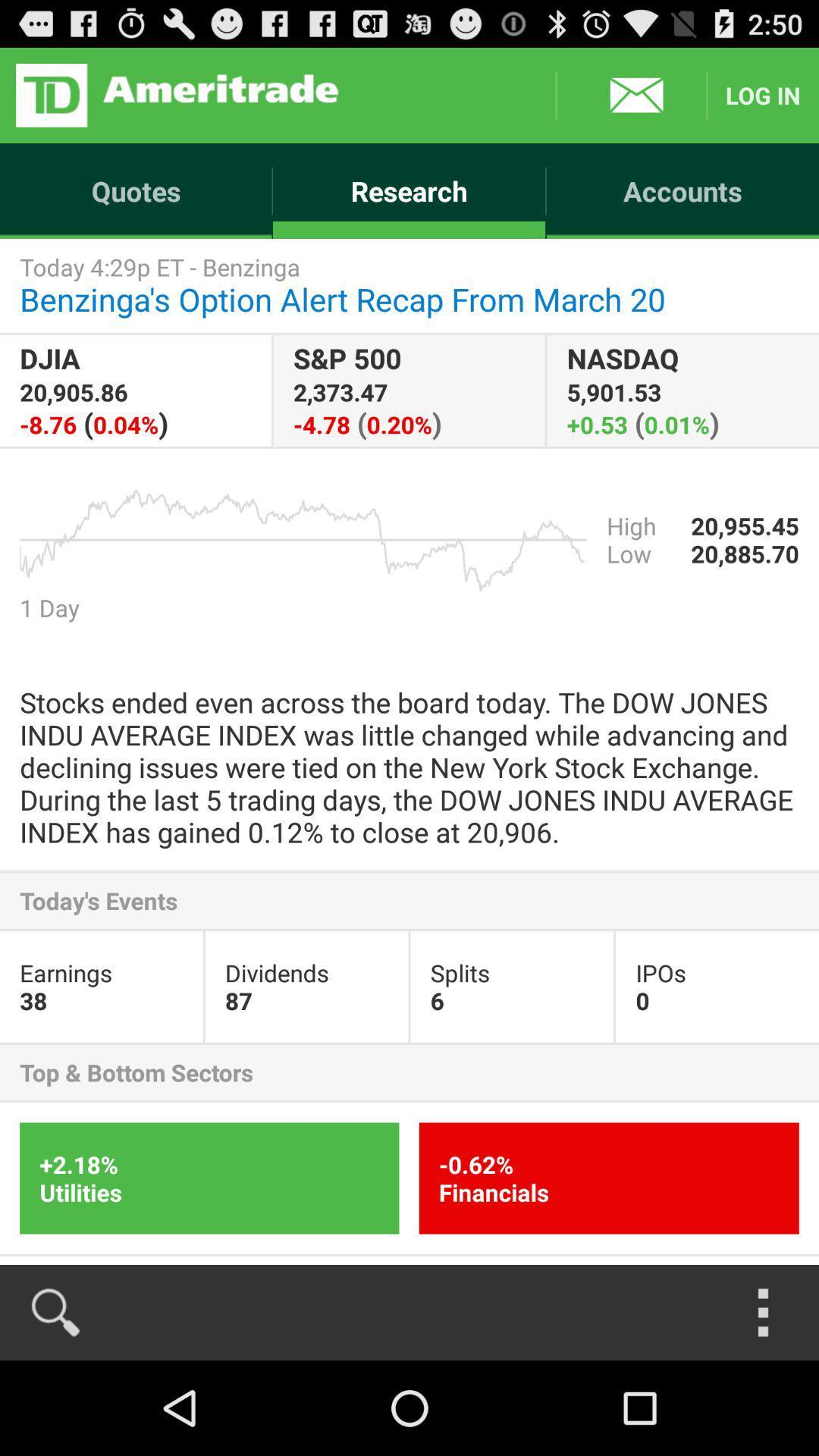 This screenshot has width=819, height=1456. Describe the element at coordinates (134, 391) in the screenshot. I see `djia 20 905 item` at that location.